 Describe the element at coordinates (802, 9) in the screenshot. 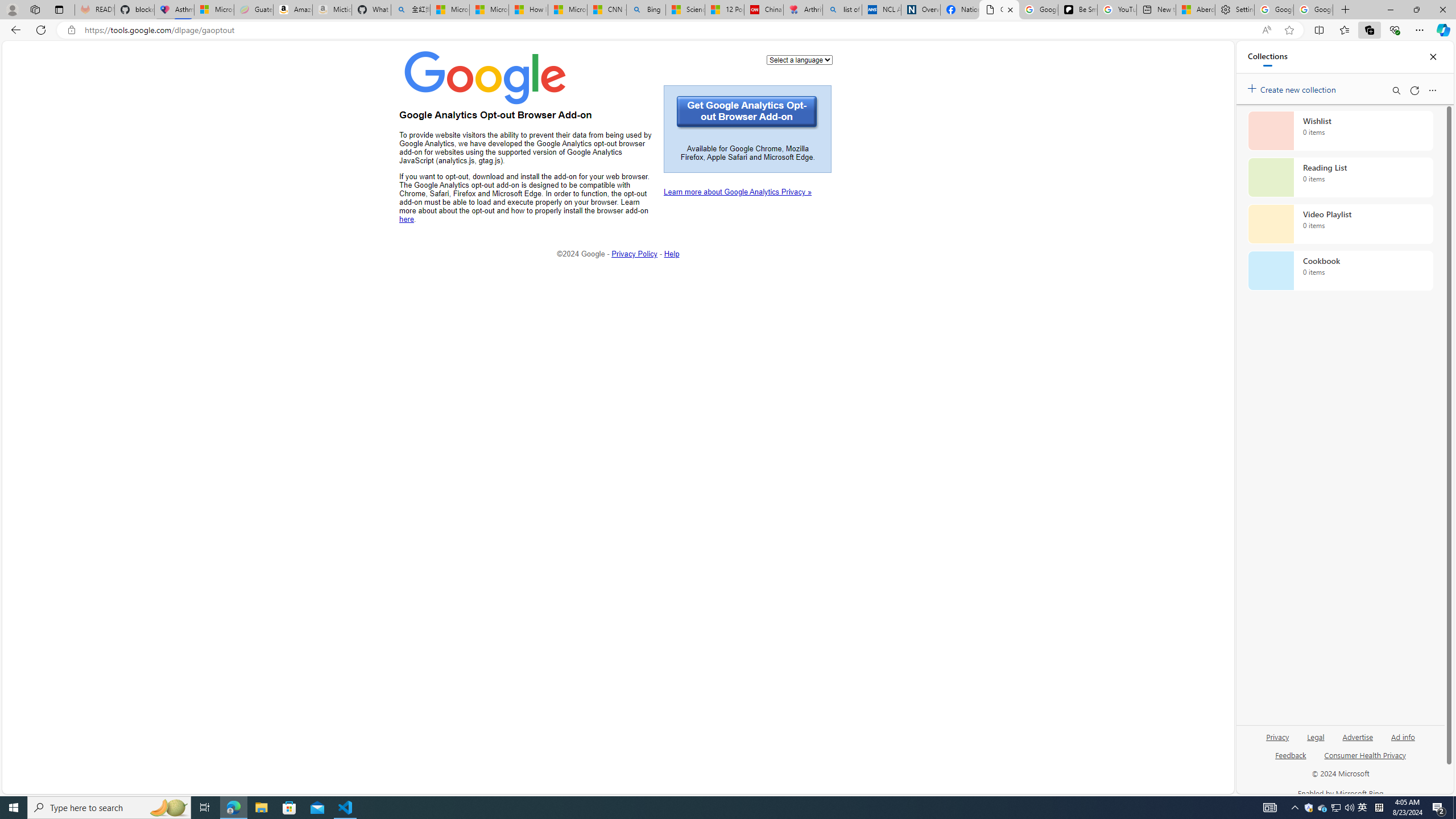

I see `'Arthritis: Ask Health Professionals'` at that location.